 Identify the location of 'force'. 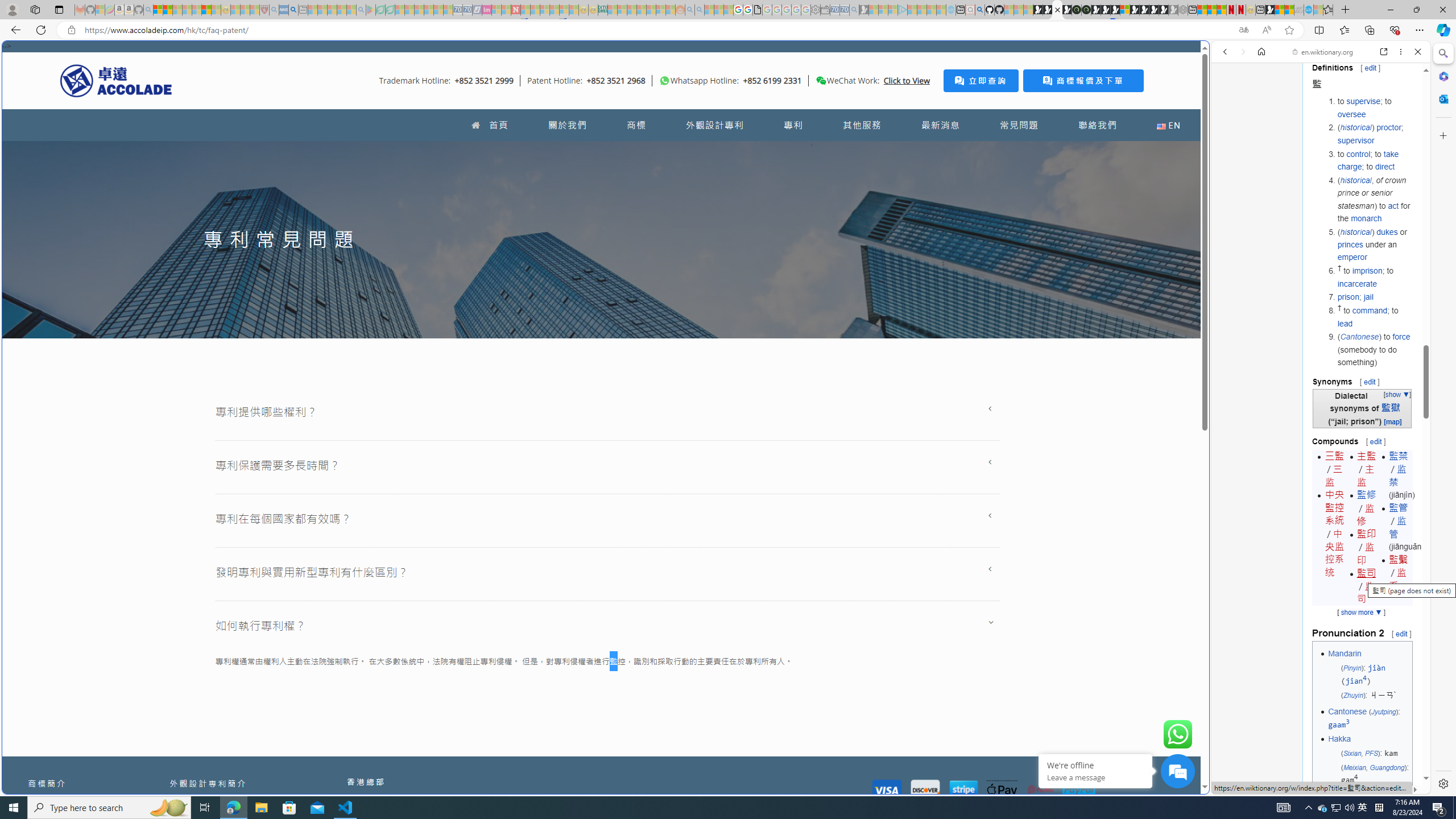
(1401, 336).